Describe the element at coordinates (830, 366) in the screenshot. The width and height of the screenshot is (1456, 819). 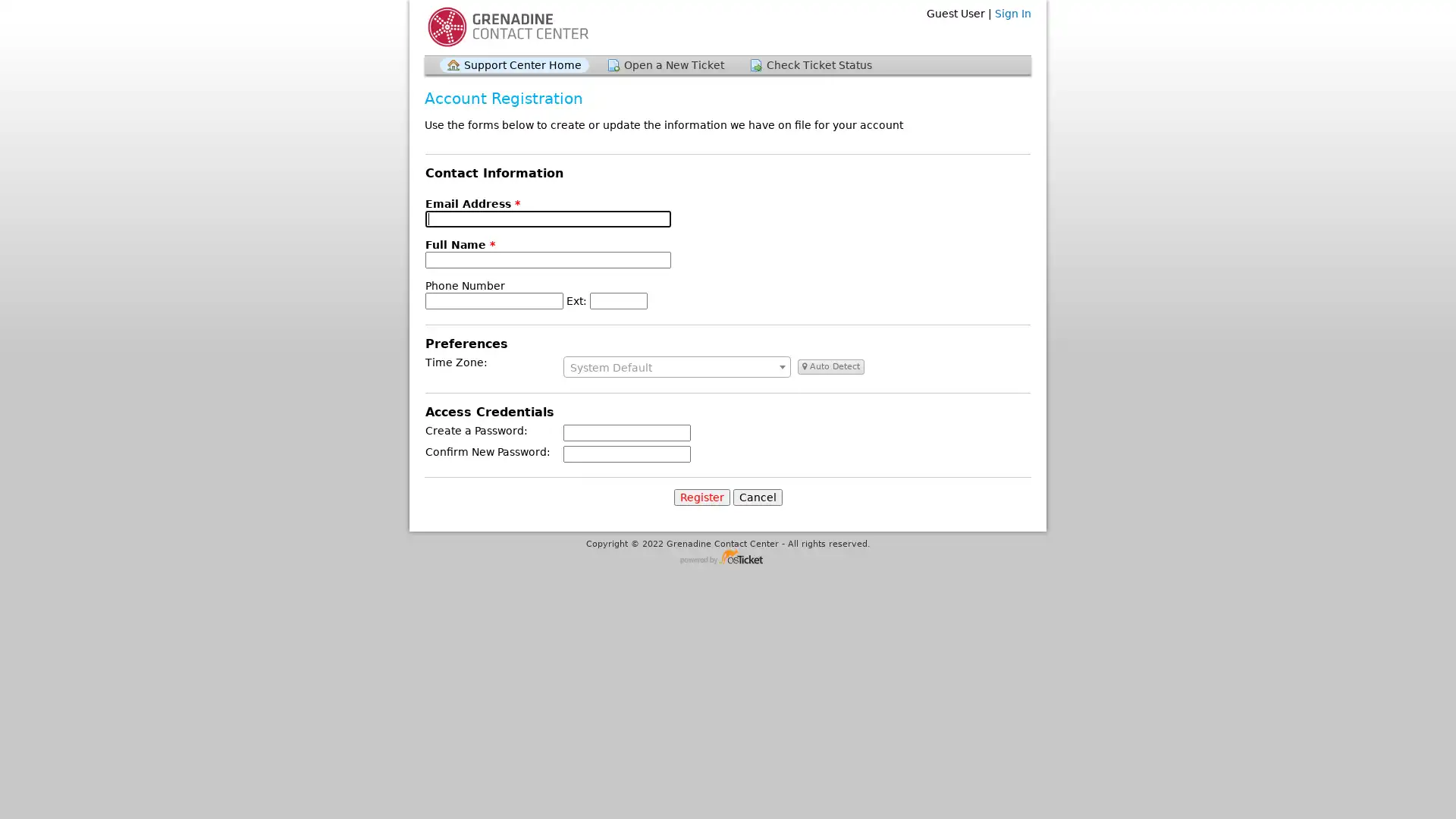
I see `Auto Detect` at that location.